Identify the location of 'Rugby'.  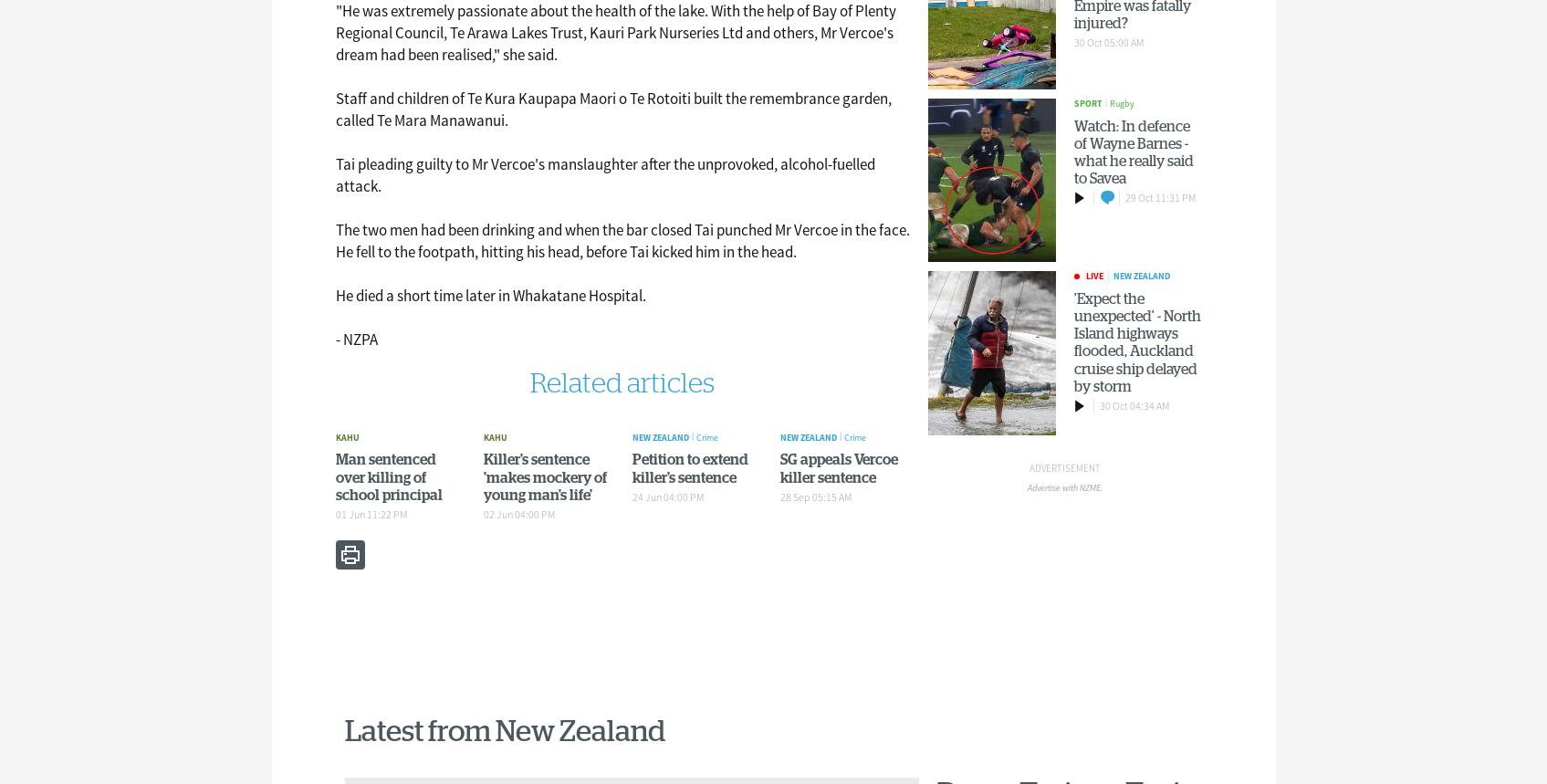
(1122, 103).